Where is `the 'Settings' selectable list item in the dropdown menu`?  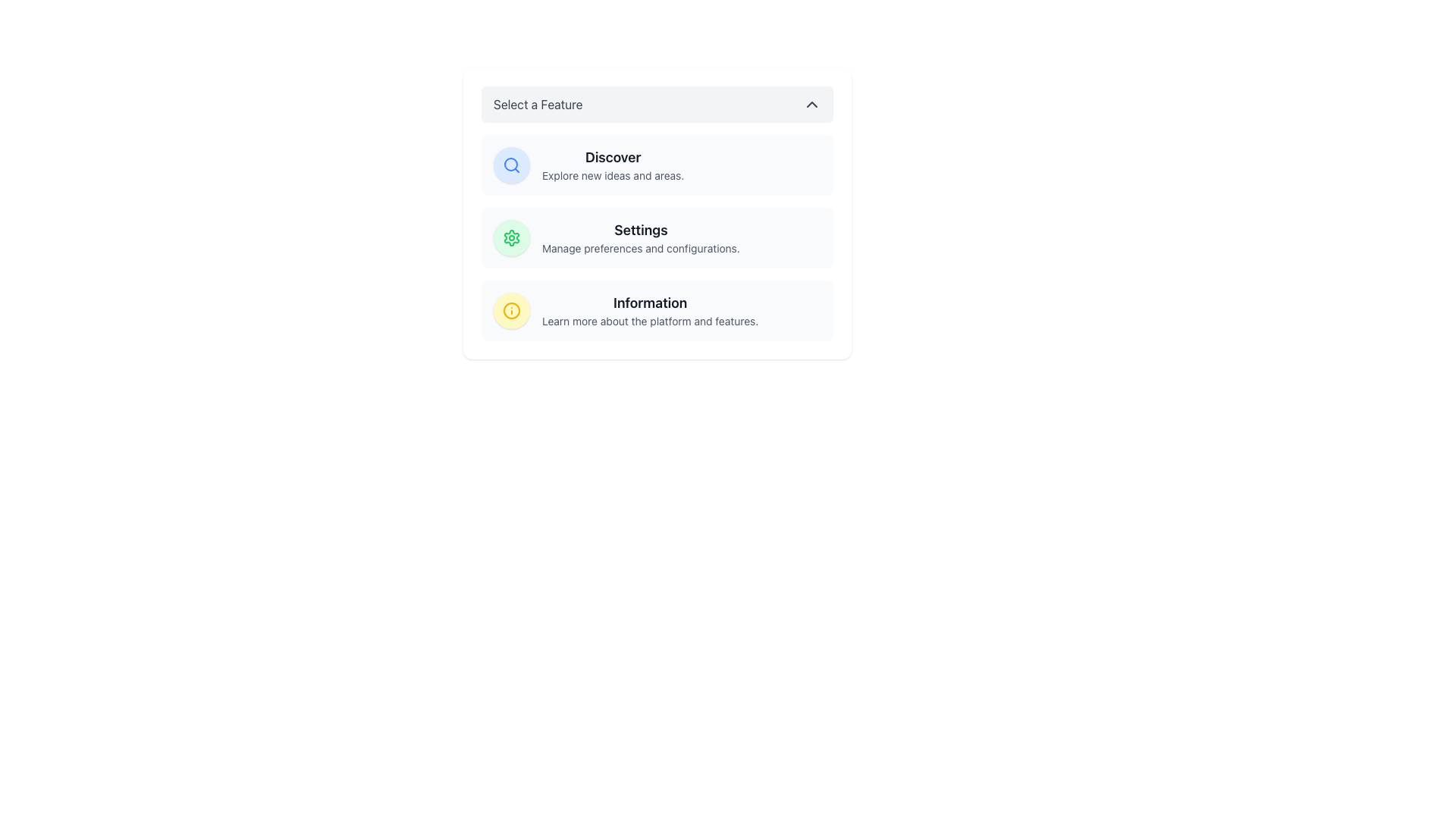 the 'Settings' selectable list item in the dropdown menu is located at coordinates (657, 213).